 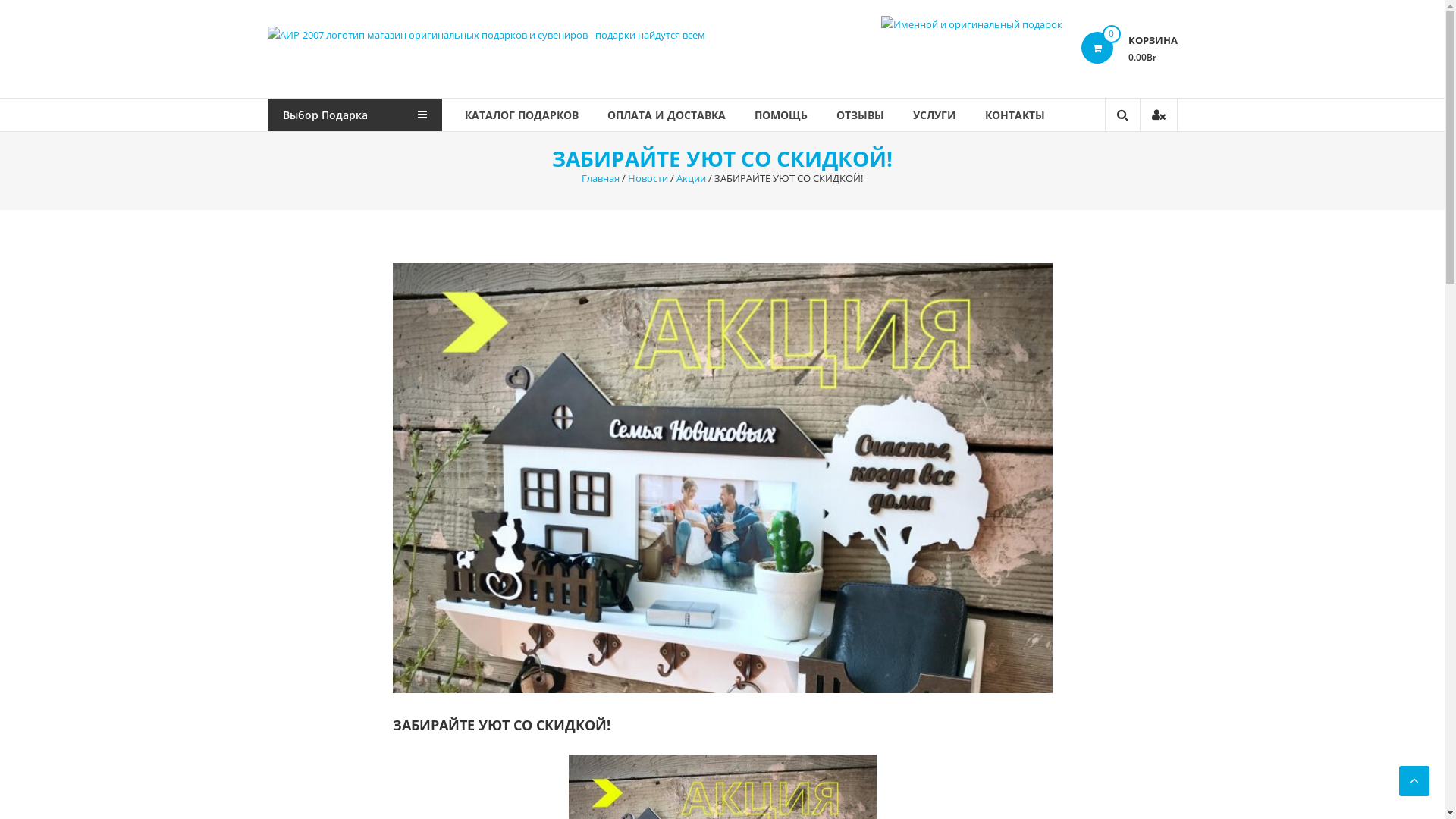 What do you see at coordinates (1080, 46) in the screenshot?
I see `'0'` at bounding box center [1080, 46].